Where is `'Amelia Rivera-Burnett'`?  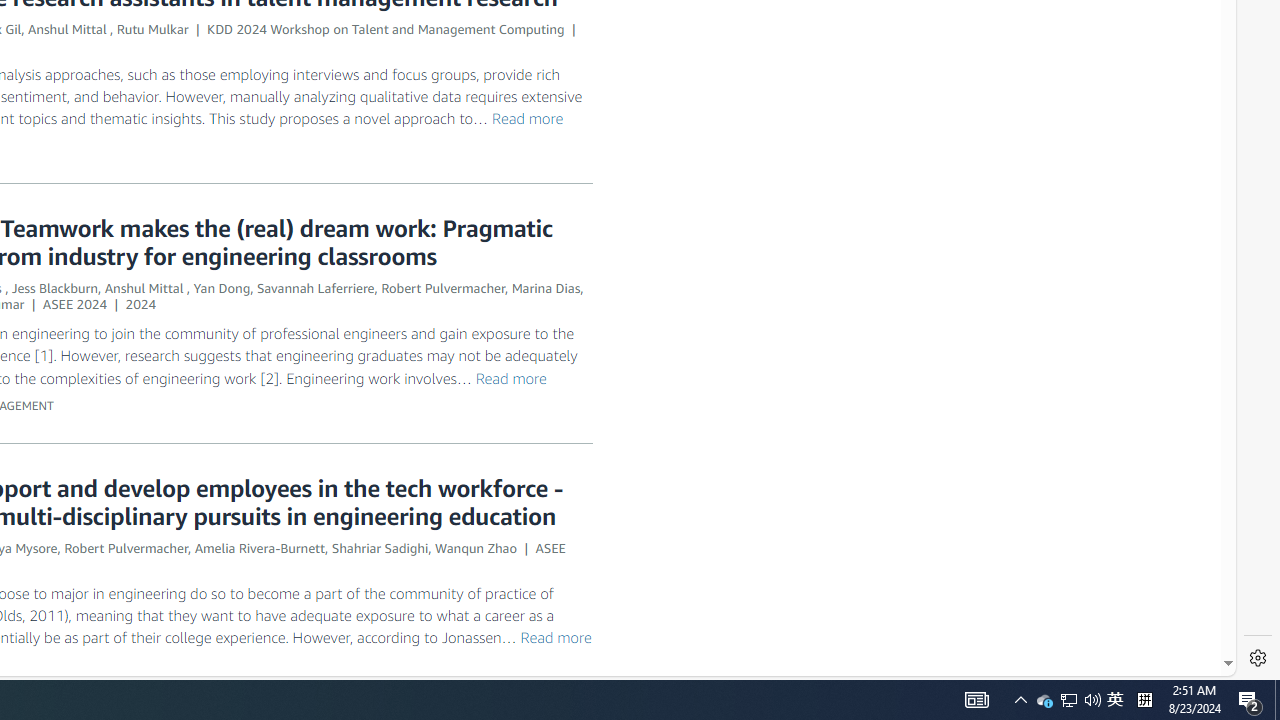
'Amelia Rivera-Burnett' is located at coordinates (259, 547).